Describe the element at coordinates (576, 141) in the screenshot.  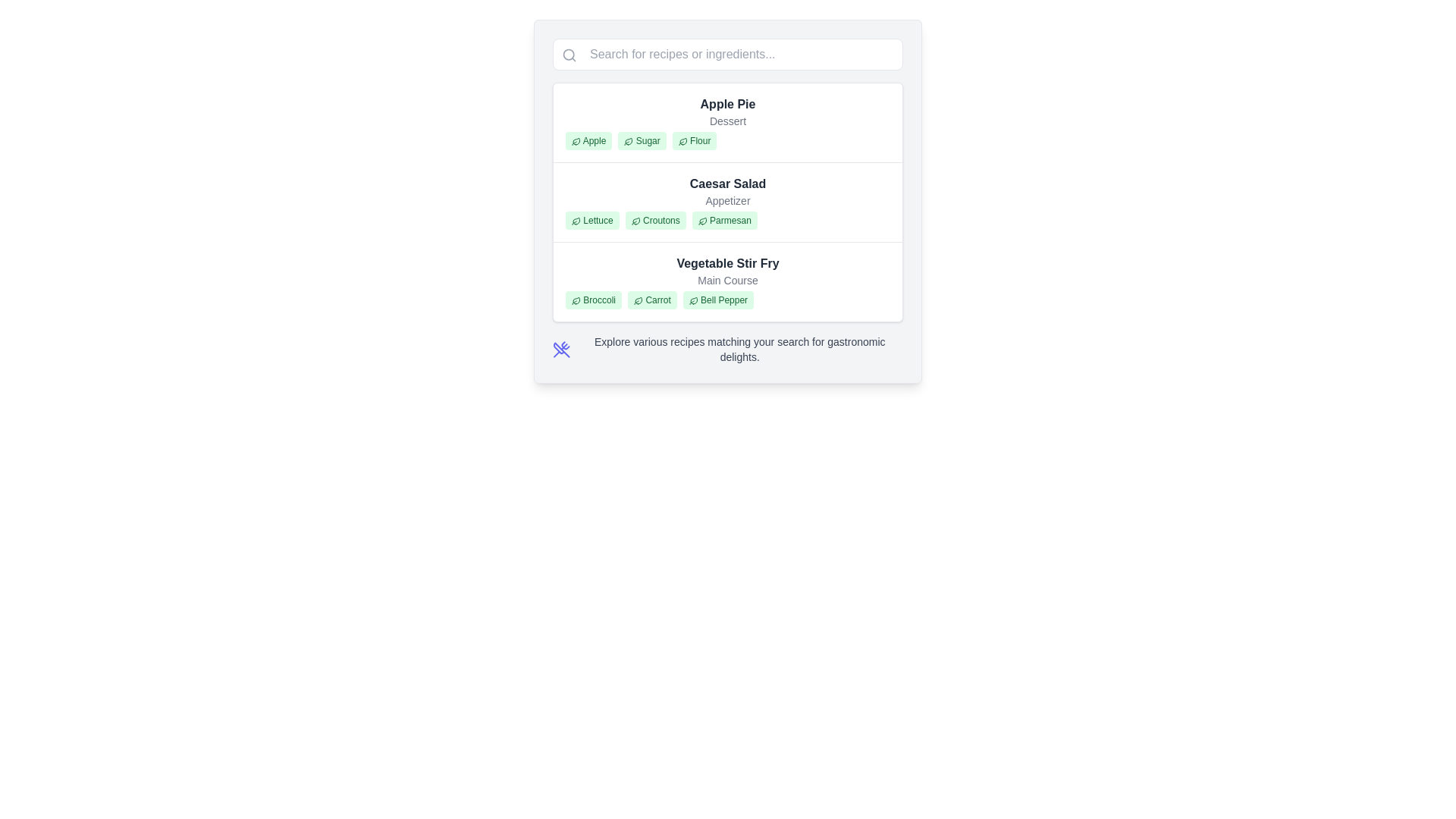
I see `the leaf outline vector graphic icon located to the left of the text 'Apple' in the first entry under 'Apple Pie'` at that location.